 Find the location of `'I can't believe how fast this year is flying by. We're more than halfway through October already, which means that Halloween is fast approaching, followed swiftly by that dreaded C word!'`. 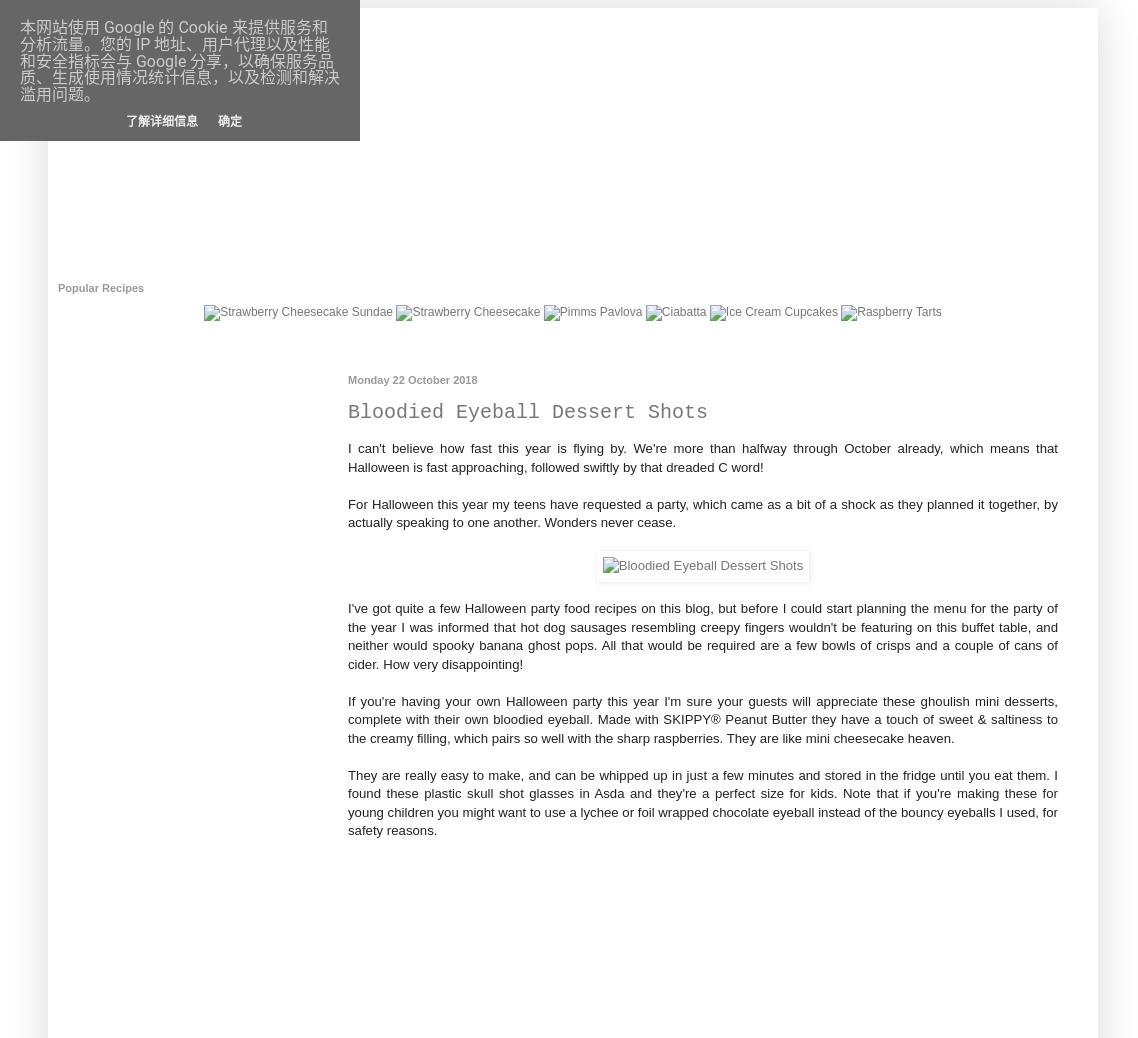

'I can't believe how fast this year is flying by. We're more than halfway through October already, which means that Halloween is fast approaching, followed swiftly by that dreaded C word!' is located at coordinates (703, 457).